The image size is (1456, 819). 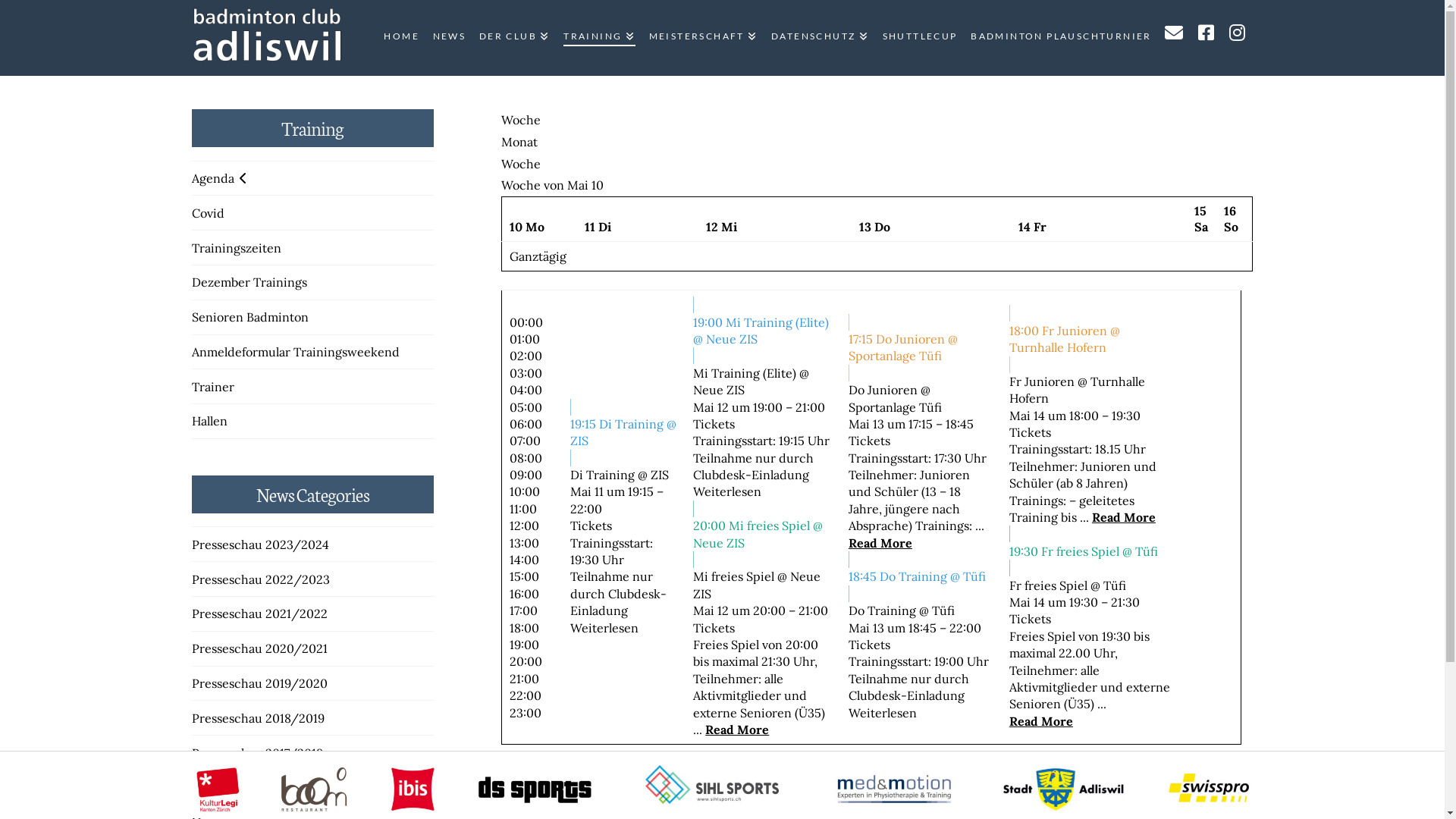 I want to click on 'Trainer', so click(x=211, y=385).